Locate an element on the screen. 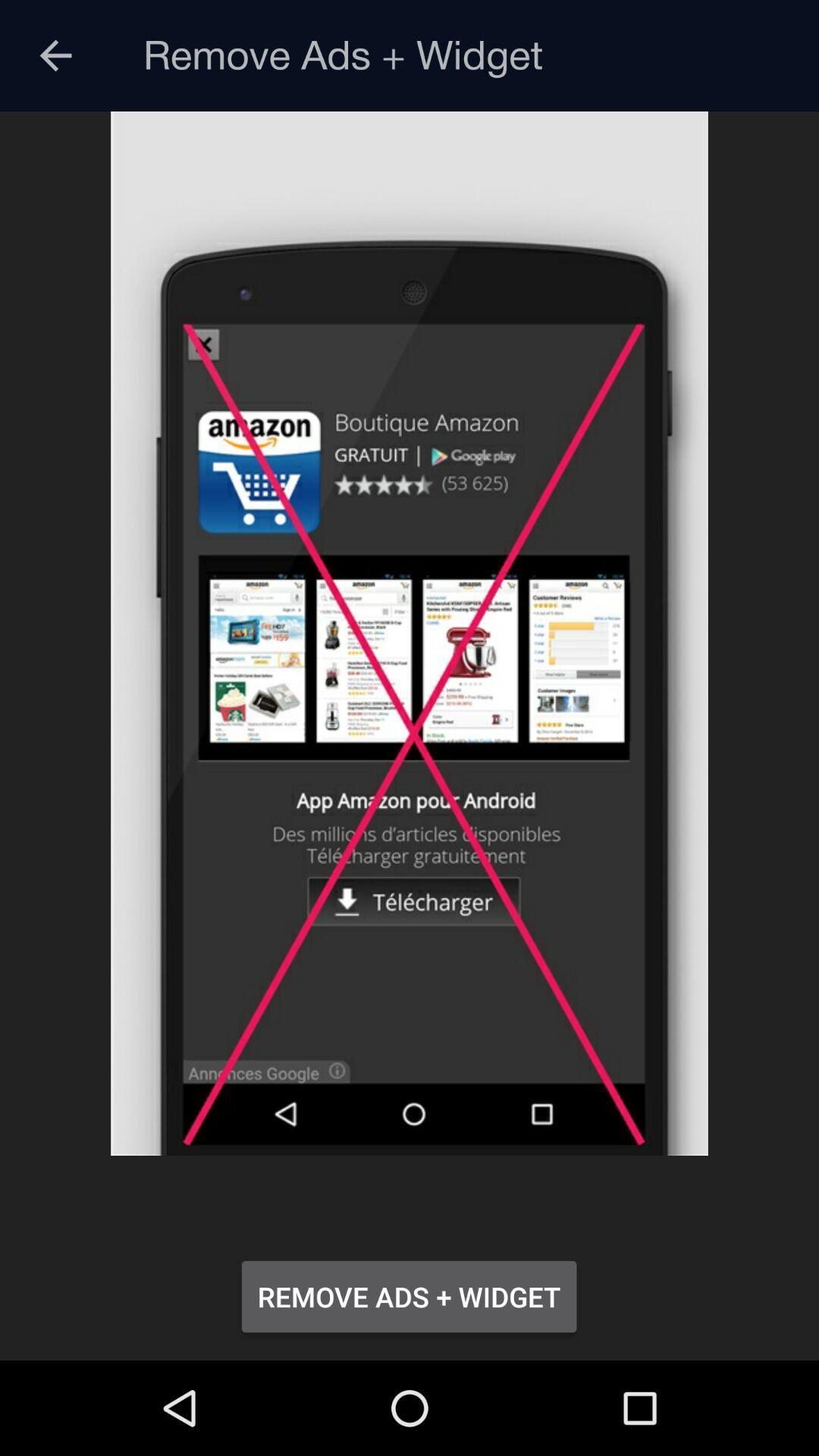  icon at the top left corner is located at coordinates (55, 55).